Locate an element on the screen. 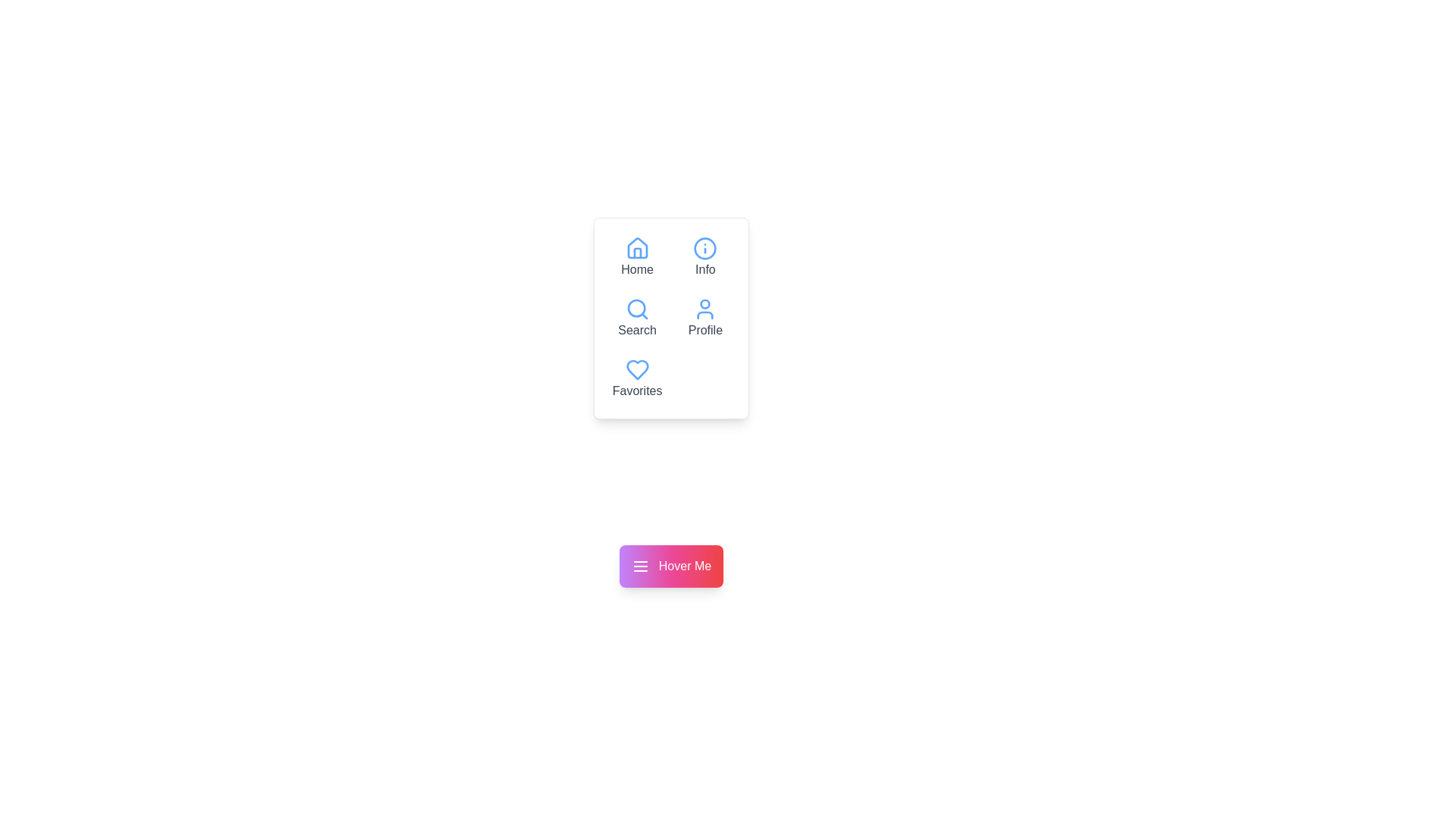 The width and height of the screenshot is (1456, 819). the minimalist line graphic representing the lower part of a human figure within the user profile icon, located in the bottom-right of a 2x3 grid is located at coordinates (704, 315).